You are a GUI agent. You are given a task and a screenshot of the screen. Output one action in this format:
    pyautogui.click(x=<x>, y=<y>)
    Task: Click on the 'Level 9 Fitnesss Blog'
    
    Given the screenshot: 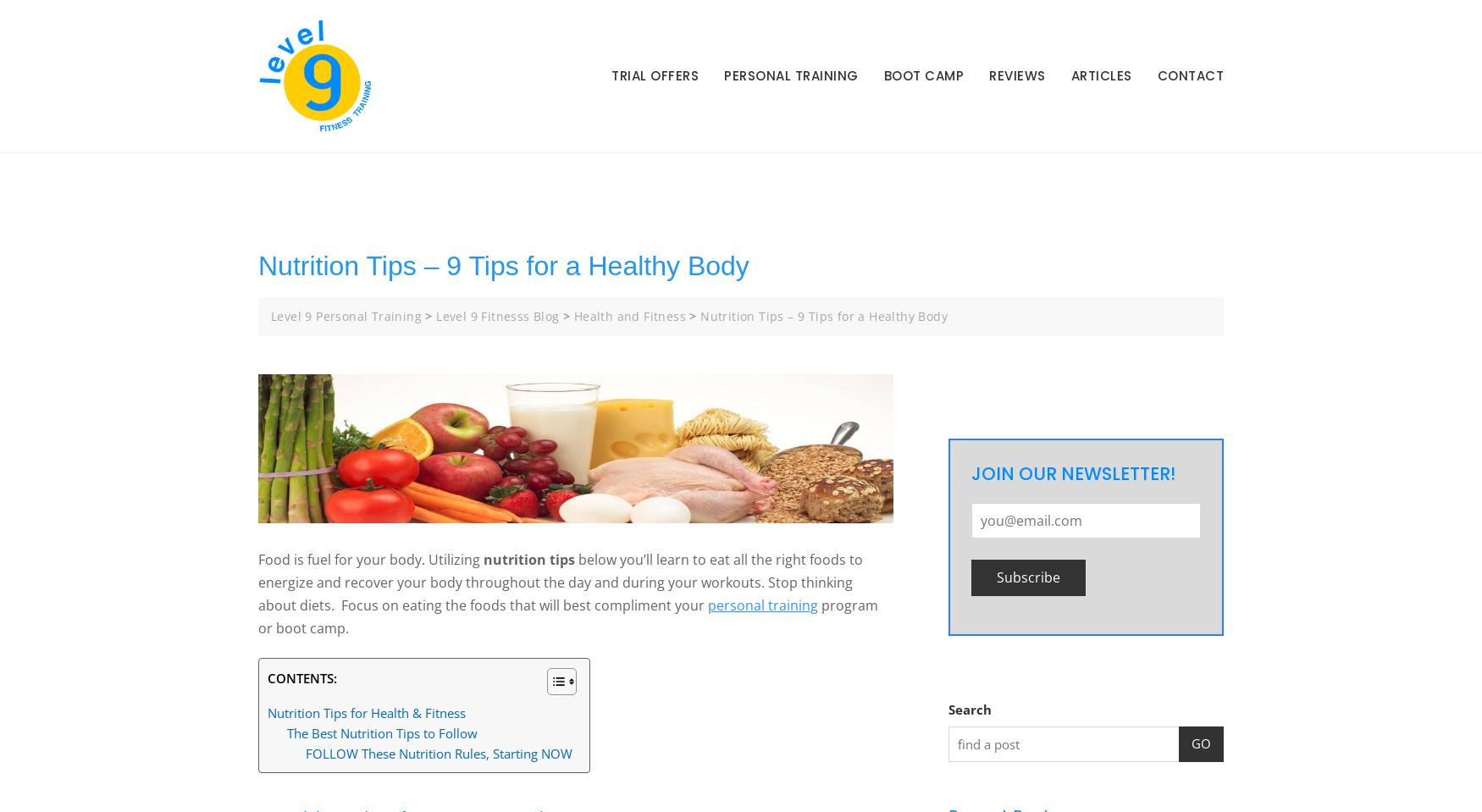 What is the action you would take?
    pyautogui.click(x=497, y=315)
    